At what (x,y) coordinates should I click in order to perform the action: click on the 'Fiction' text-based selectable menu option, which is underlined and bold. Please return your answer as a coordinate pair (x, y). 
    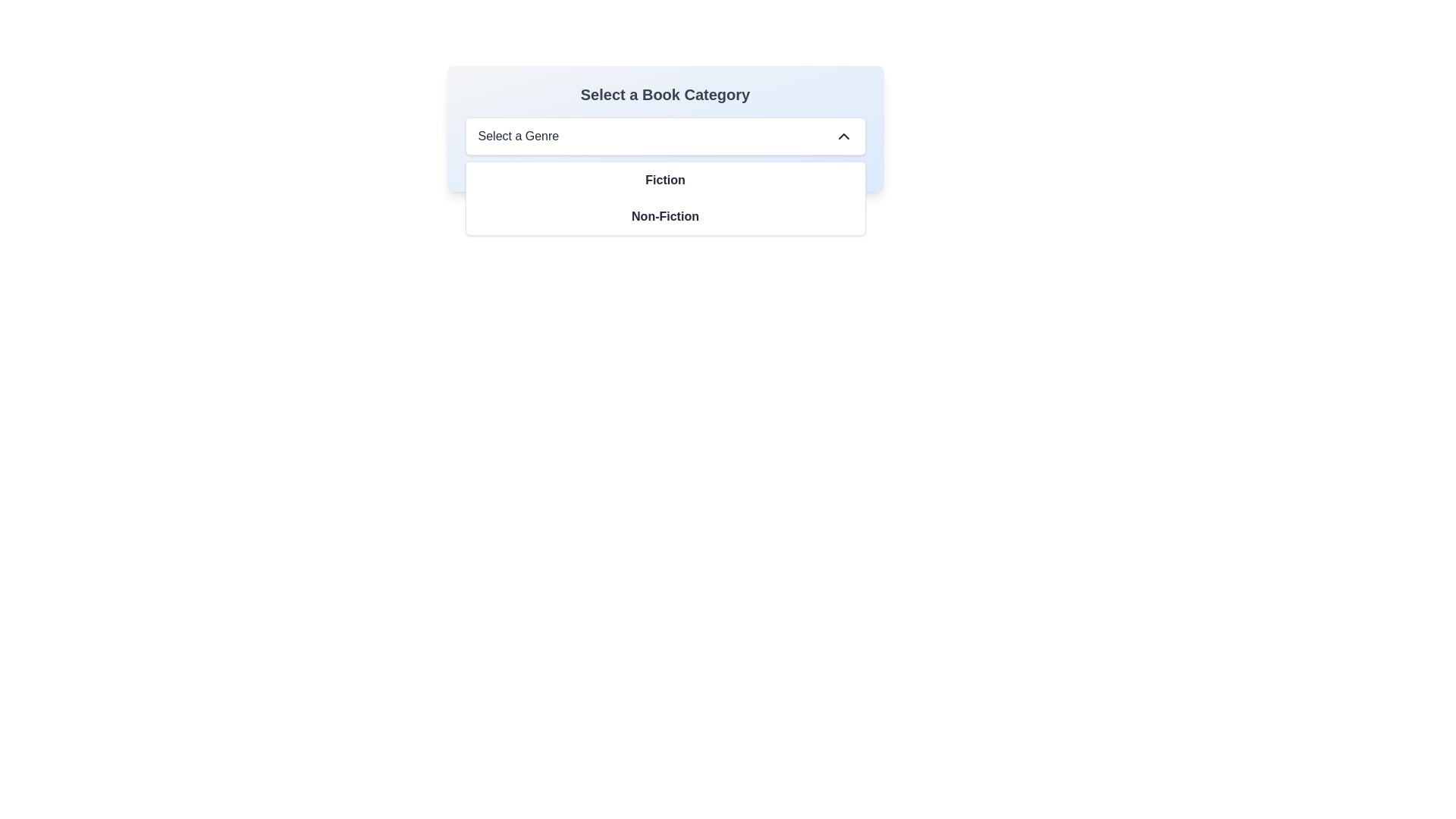
    Looking at the image, I should click on (665, 180).